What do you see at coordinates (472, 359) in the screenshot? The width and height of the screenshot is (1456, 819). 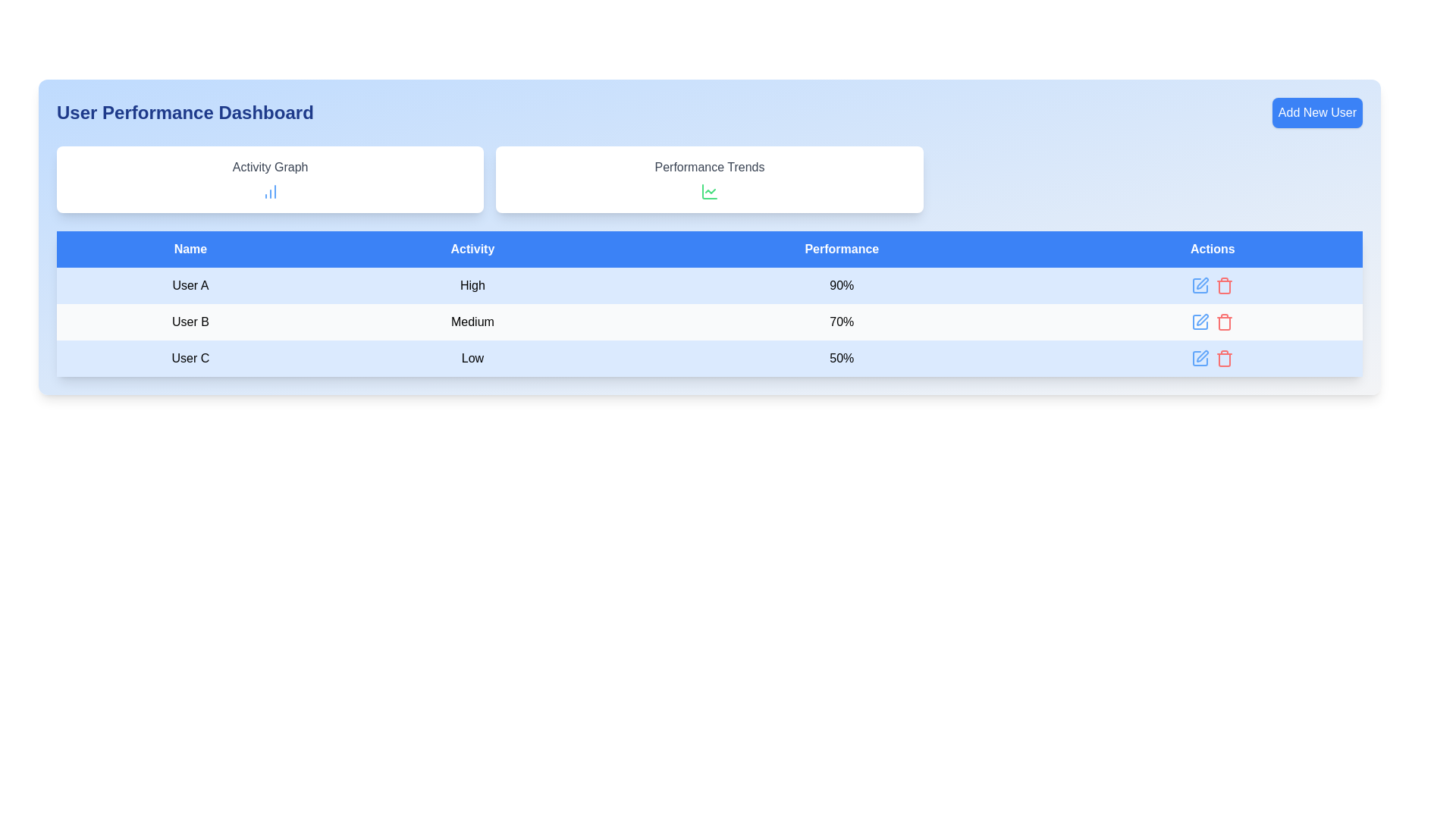 I see `the static text label displaying 'Low' in the second column of the row labeled 'User C'` at bounding box center [472, 359].